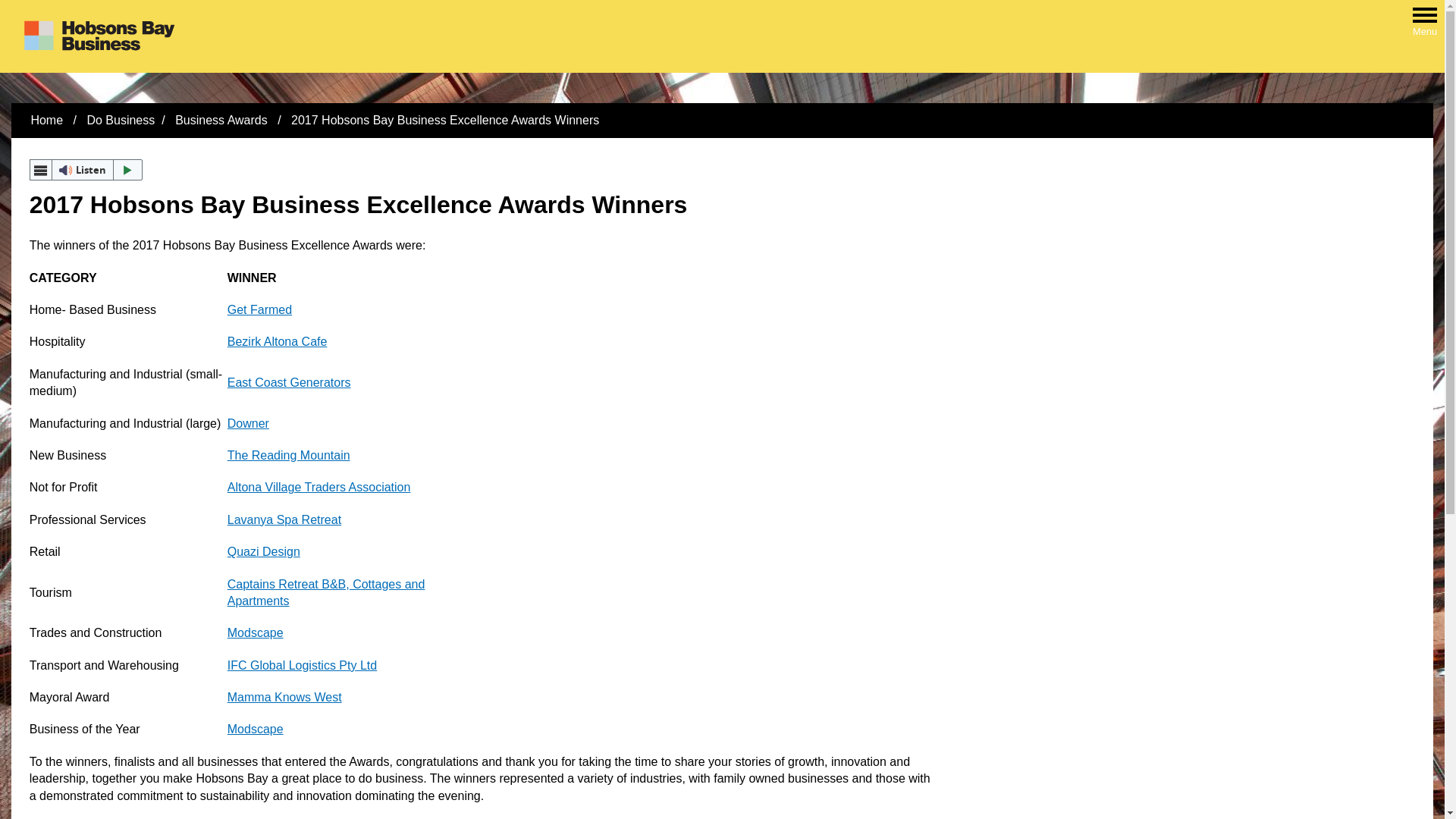  I want to click on 'Downer', so click(248, 423).